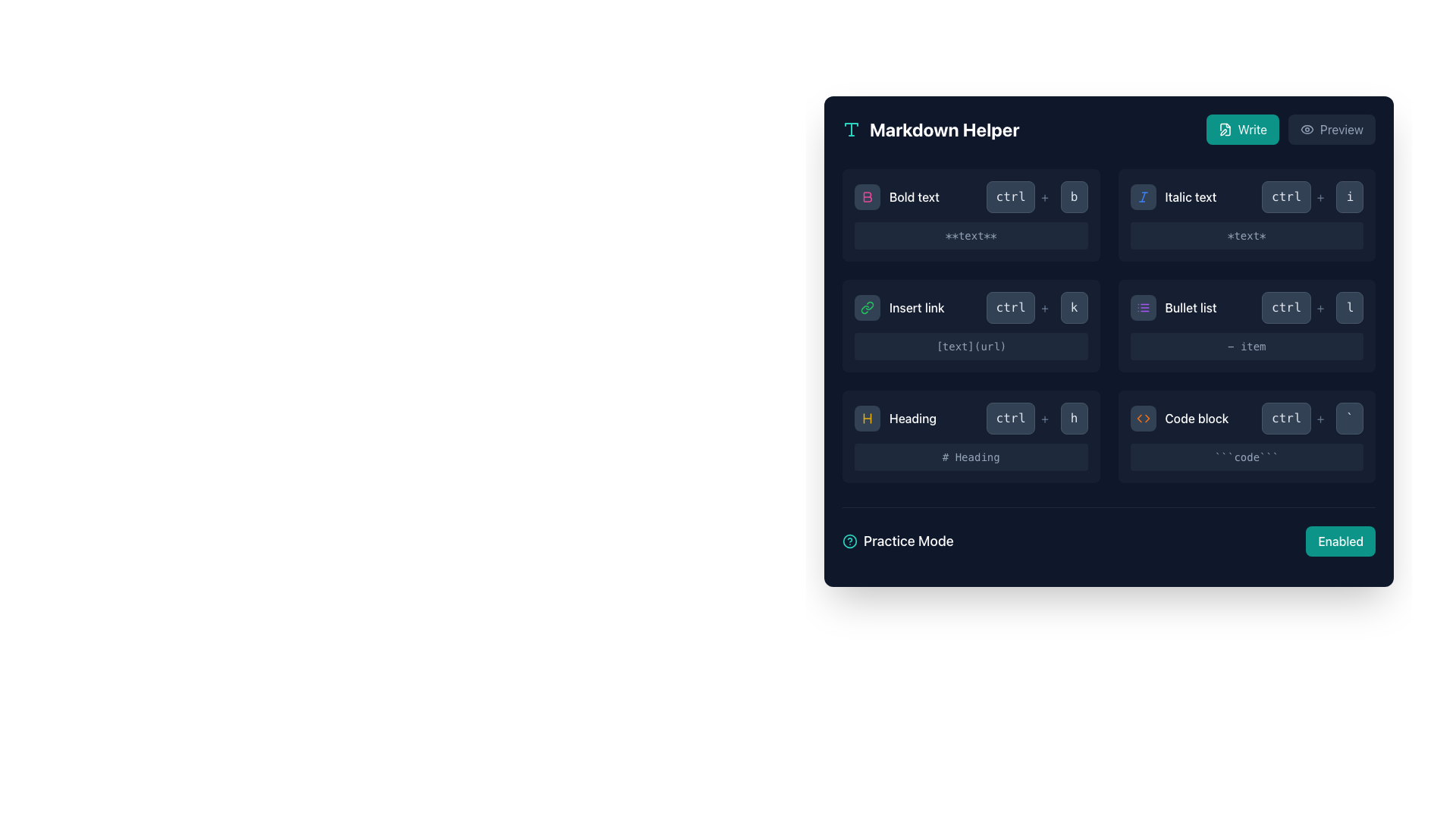  I want to click on the text display element that serves as a label for text formatting, located in the upper-right portion of the panel, next to a stylized italic symbol, so click(1190, 196).